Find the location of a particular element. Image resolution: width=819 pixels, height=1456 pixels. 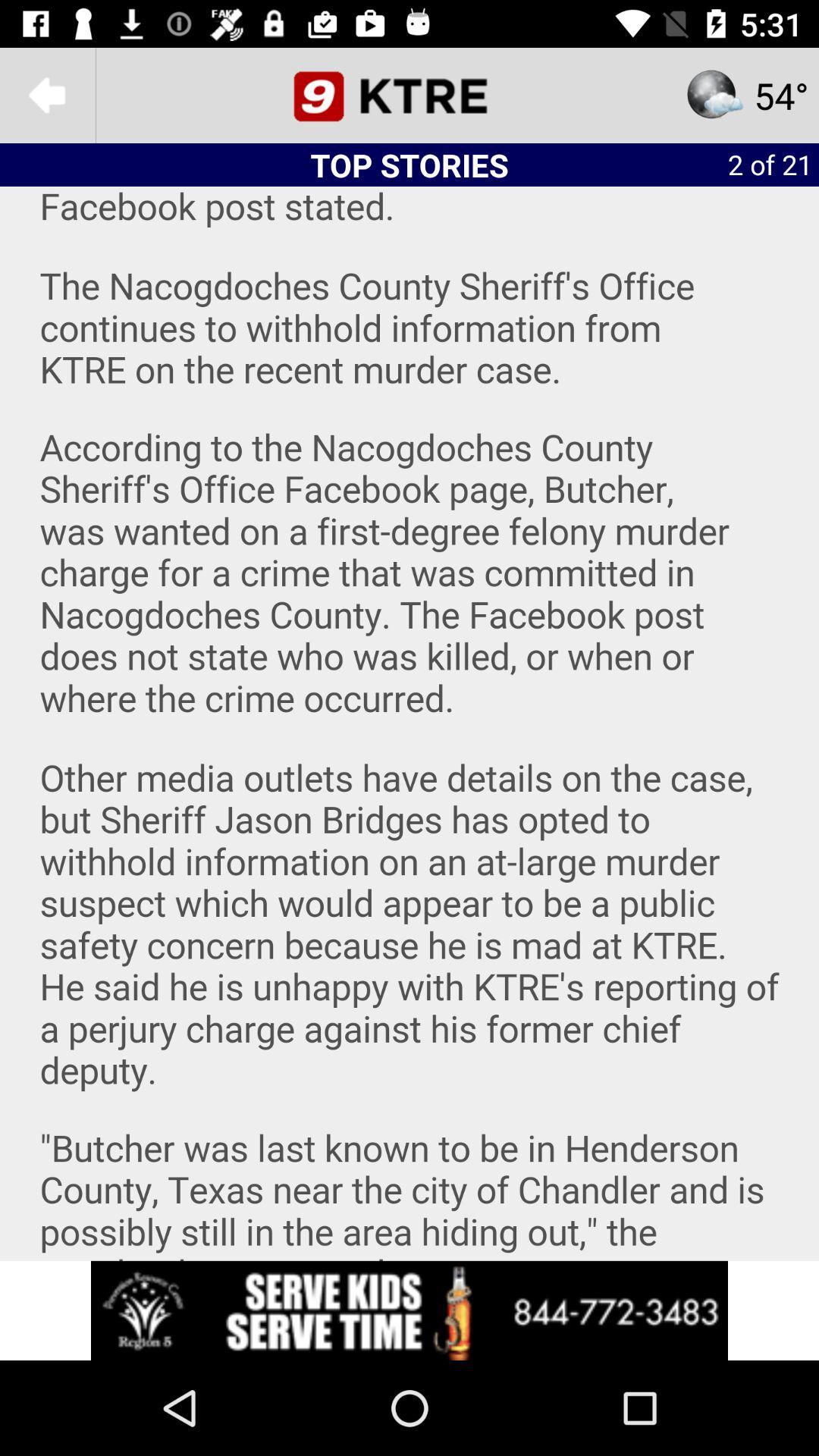

open news website is located at coordinates (409, 94).